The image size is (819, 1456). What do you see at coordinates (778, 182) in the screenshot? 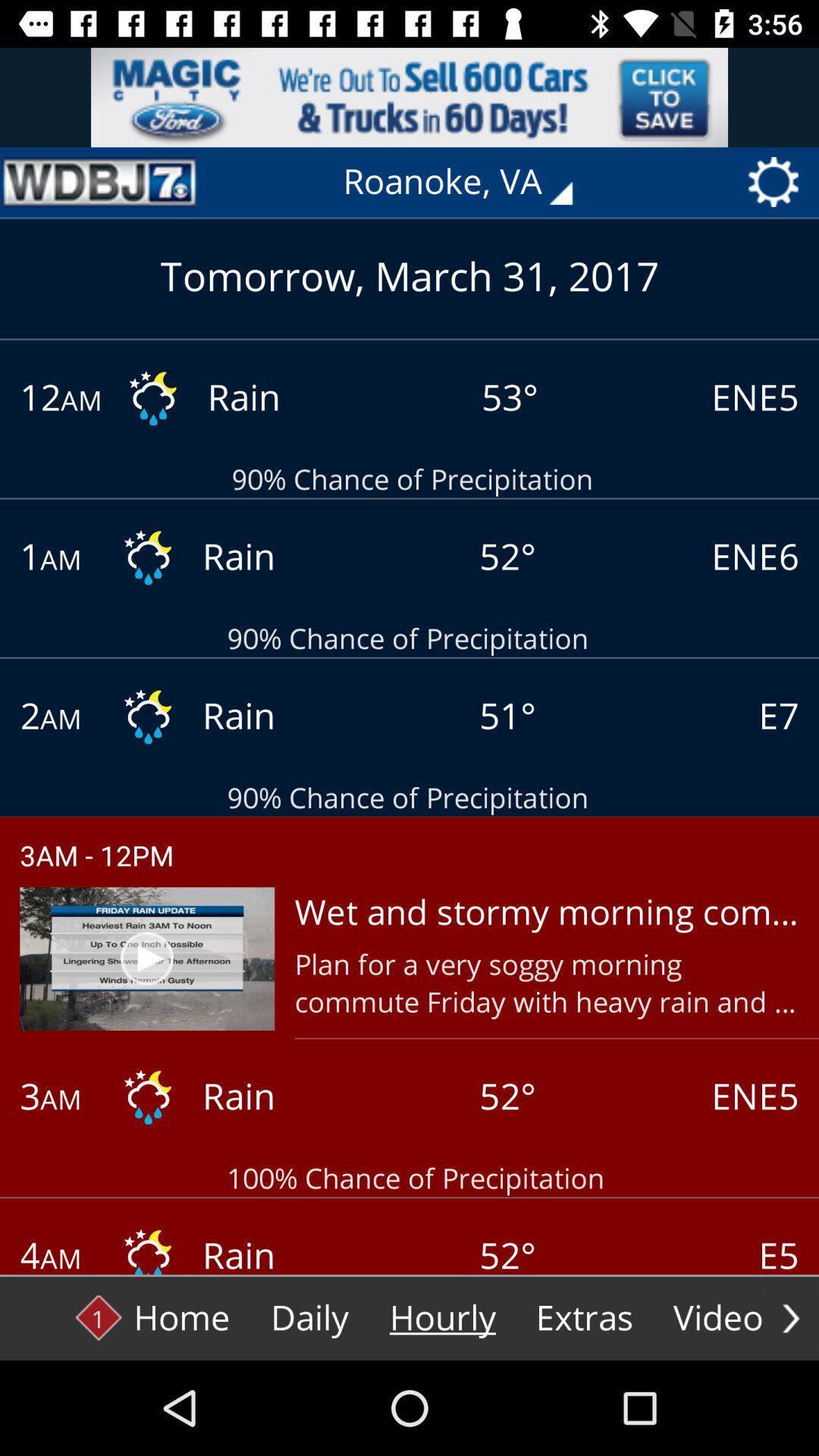
I see `settings icon` at bounding box center [778, 182].